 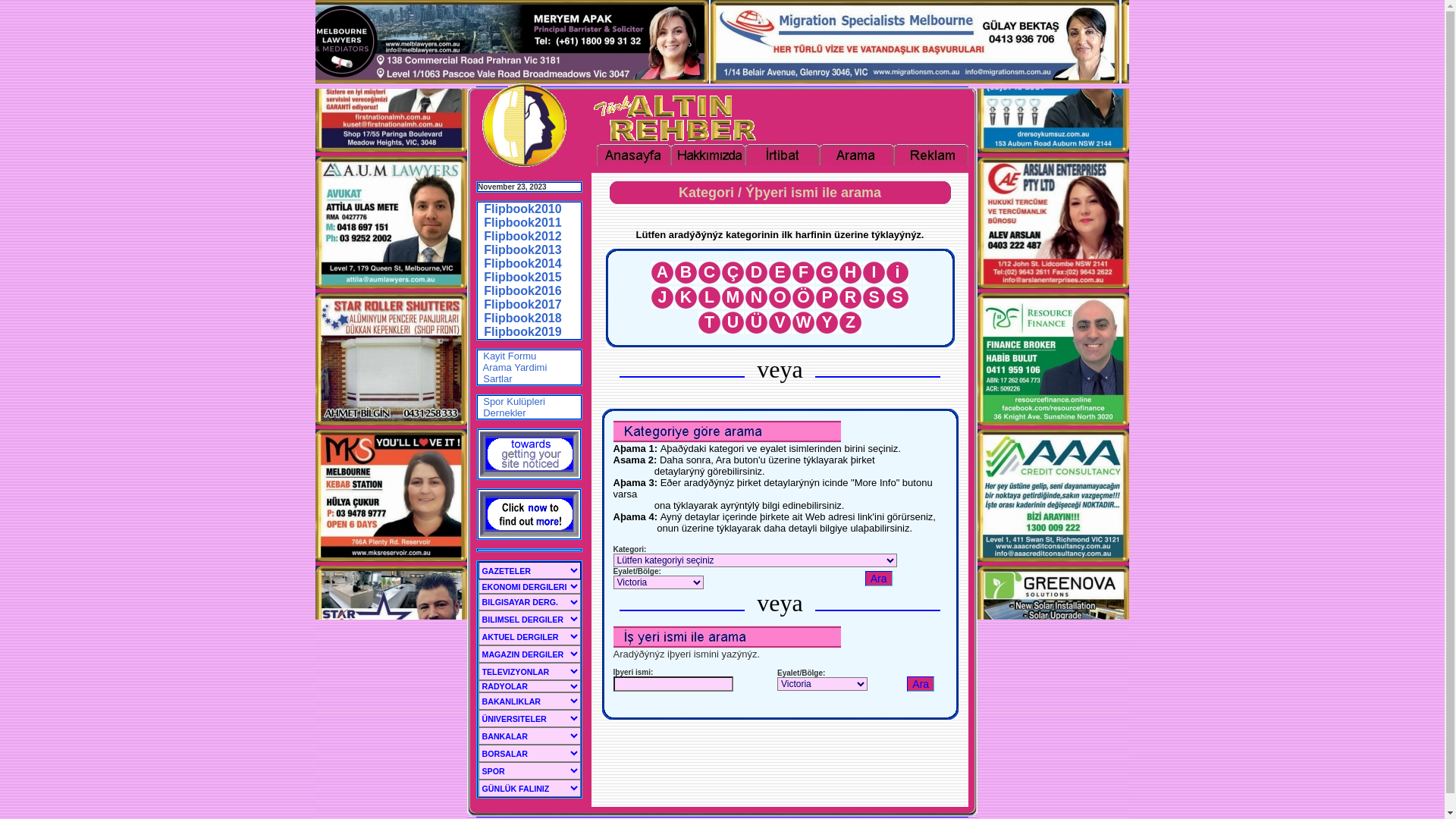 What do you see at coordinates (779, 275) in the screenshot?
I see `'E'` at bounding box center [779, 275].